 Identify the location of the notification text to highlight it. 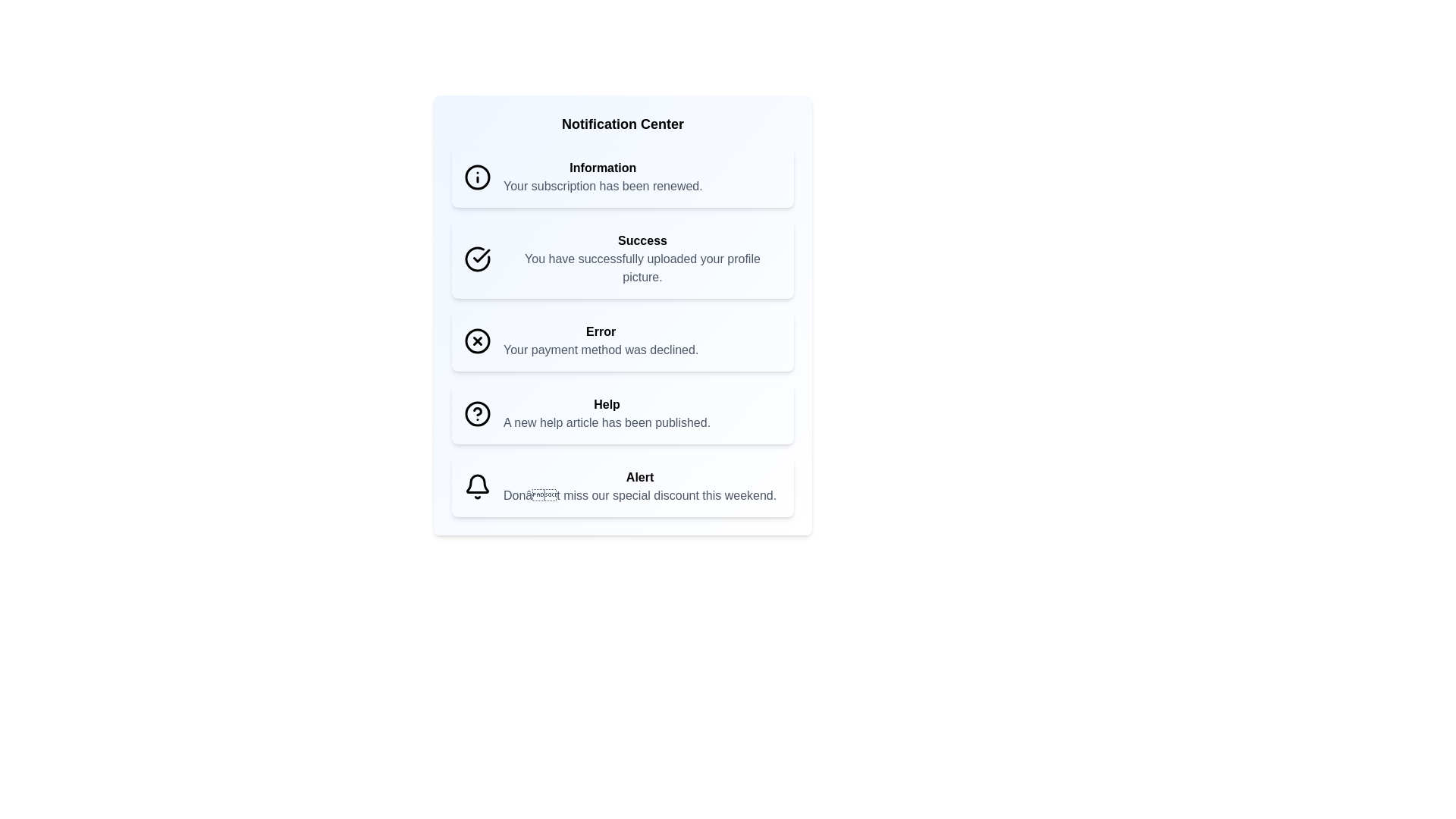
(602, 177).